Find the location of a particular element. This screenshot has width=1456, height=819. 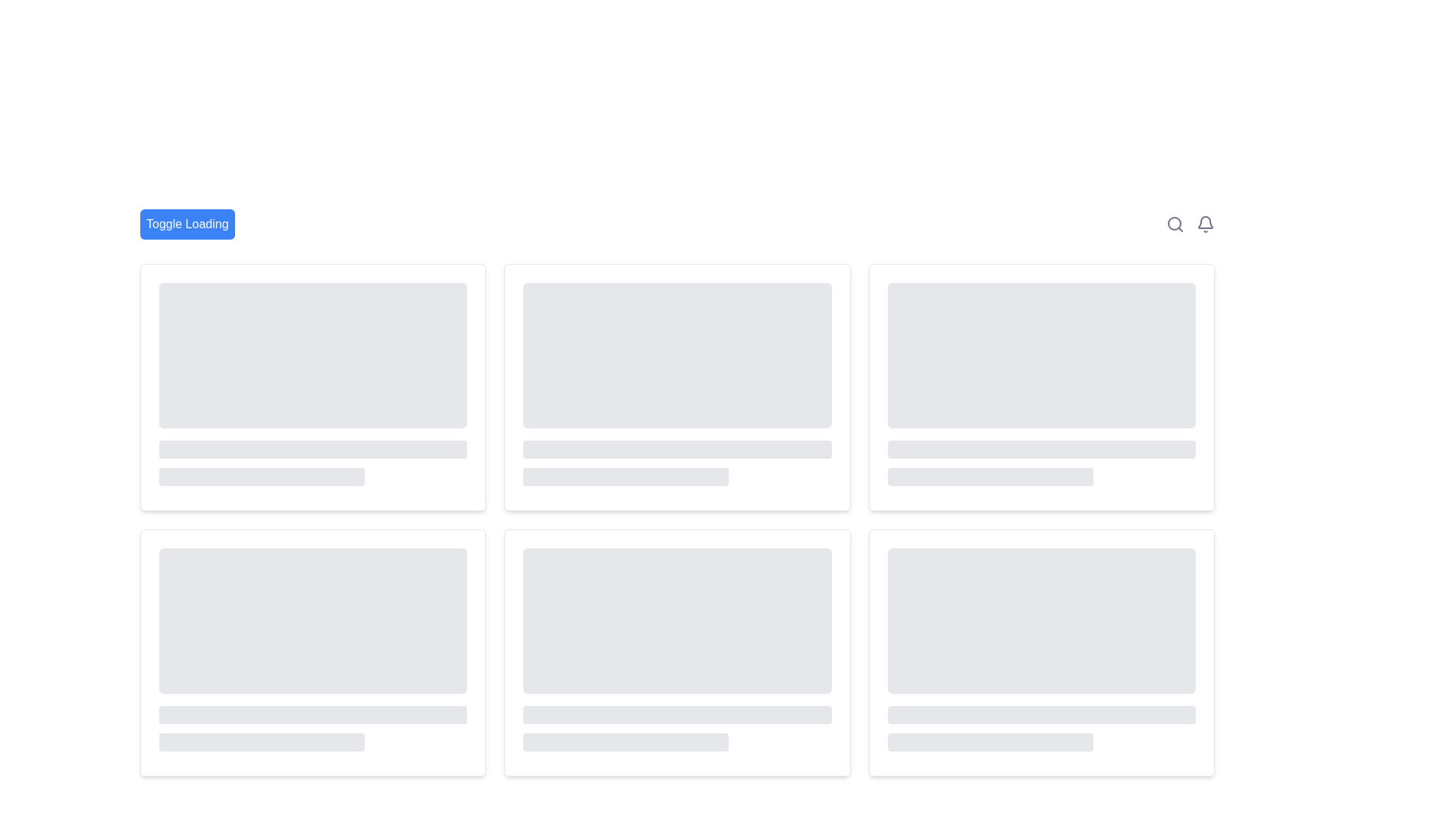

Placeholder card located in the bottom-left corner of the grid for debugging purposes is located at coordinates (312, 651).